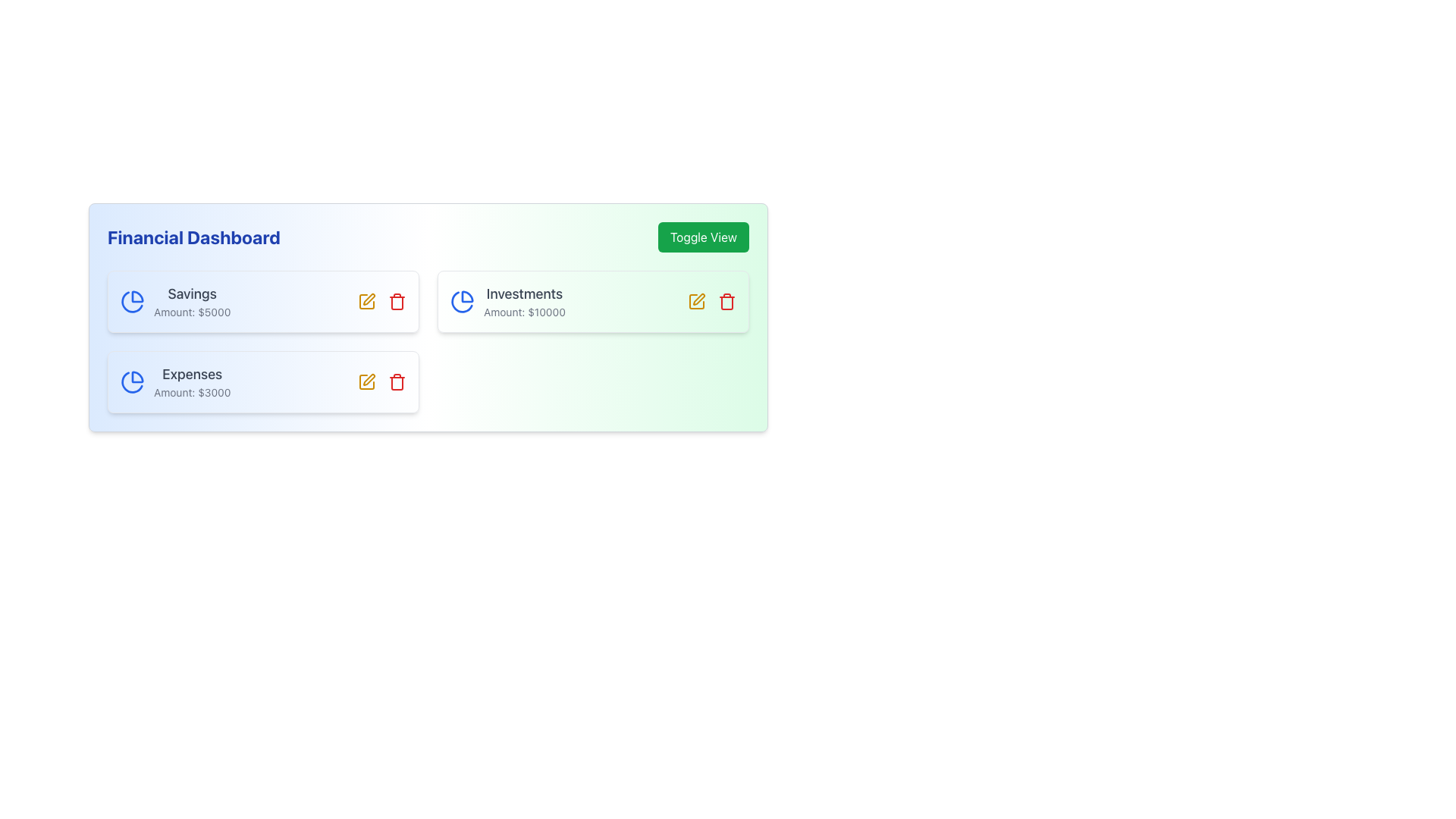 This screenshot has height=819, width=1456. What do you see at coordinates (367, 301) in the screenshot?
I see `the Edit button located to the right of the 'Savings: $5000' section in the Financial Dashboard to initiate editing` at bounding box center [367, 301].